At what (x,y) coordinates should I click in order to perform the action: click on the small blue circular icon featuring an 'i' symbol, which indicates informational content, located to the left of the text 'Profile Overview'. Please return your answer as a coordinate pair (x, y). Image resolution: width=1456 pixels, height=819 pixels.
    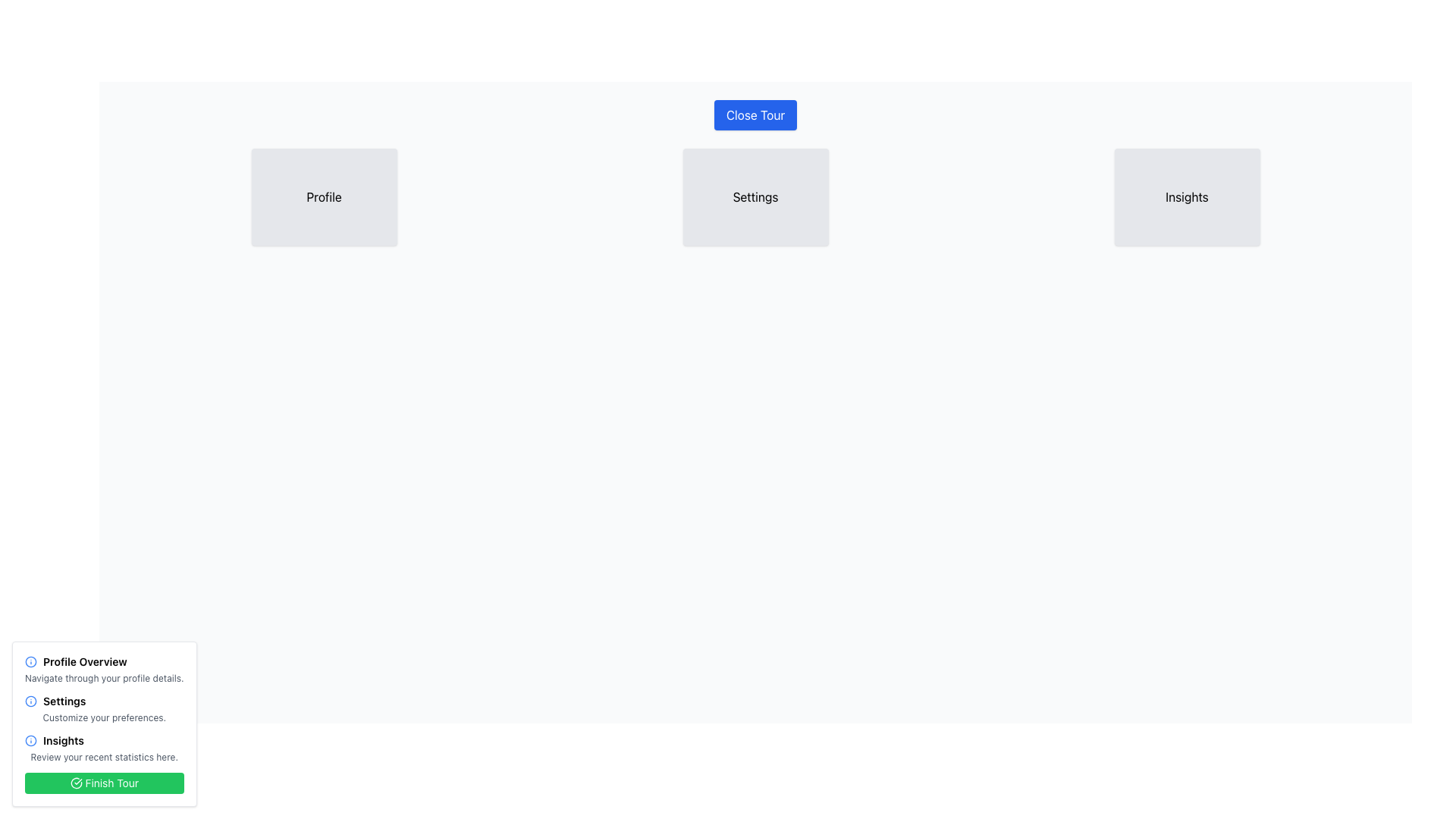
    Looking at the image, I should click on (31, 661).